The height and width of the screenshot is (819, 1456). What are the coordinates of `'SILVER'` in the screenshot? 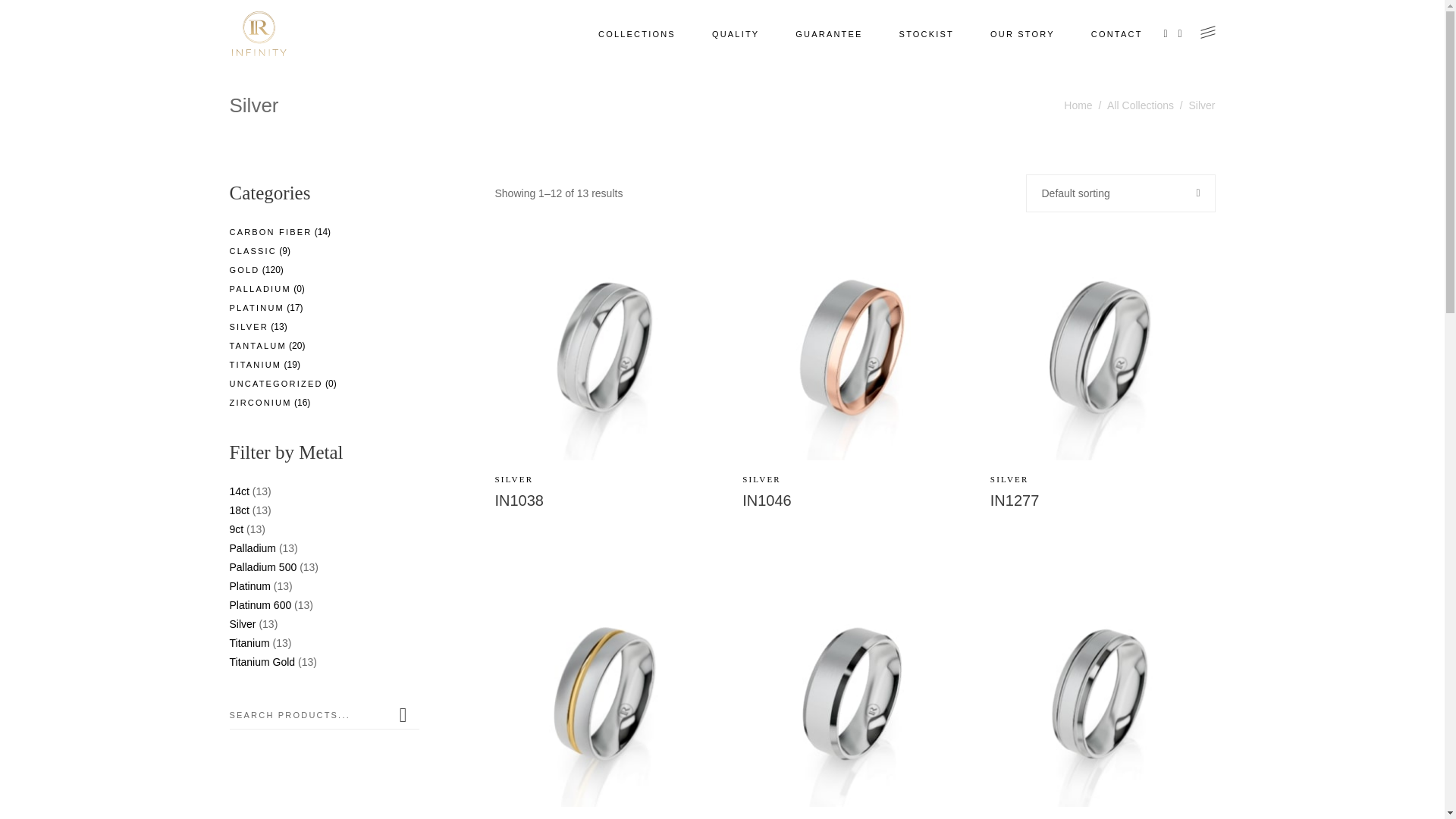 It's located at (513, 479).